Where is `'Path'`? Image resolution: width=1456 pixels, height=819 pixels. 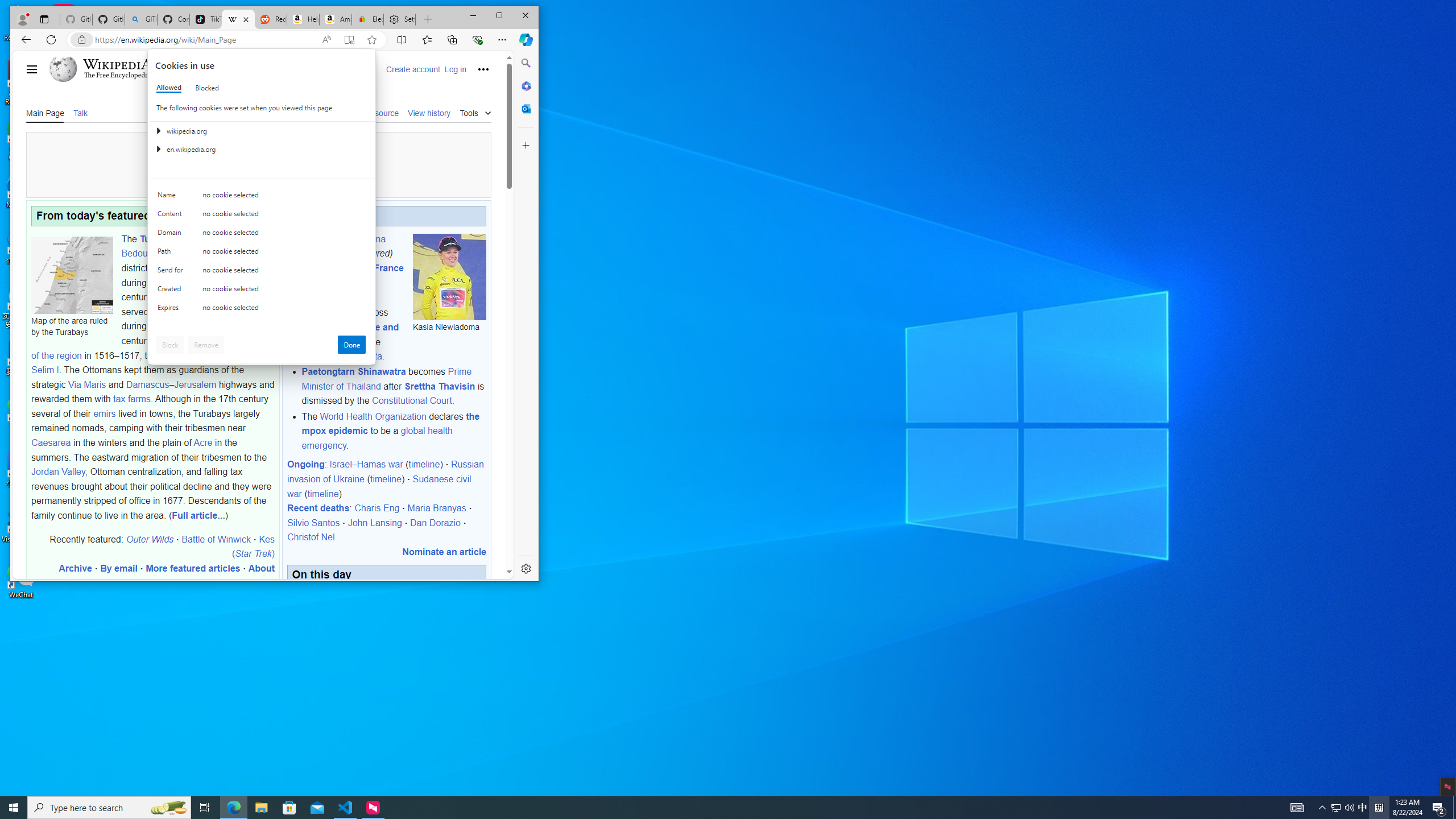 'Path' is located at coordinates (172, 253).